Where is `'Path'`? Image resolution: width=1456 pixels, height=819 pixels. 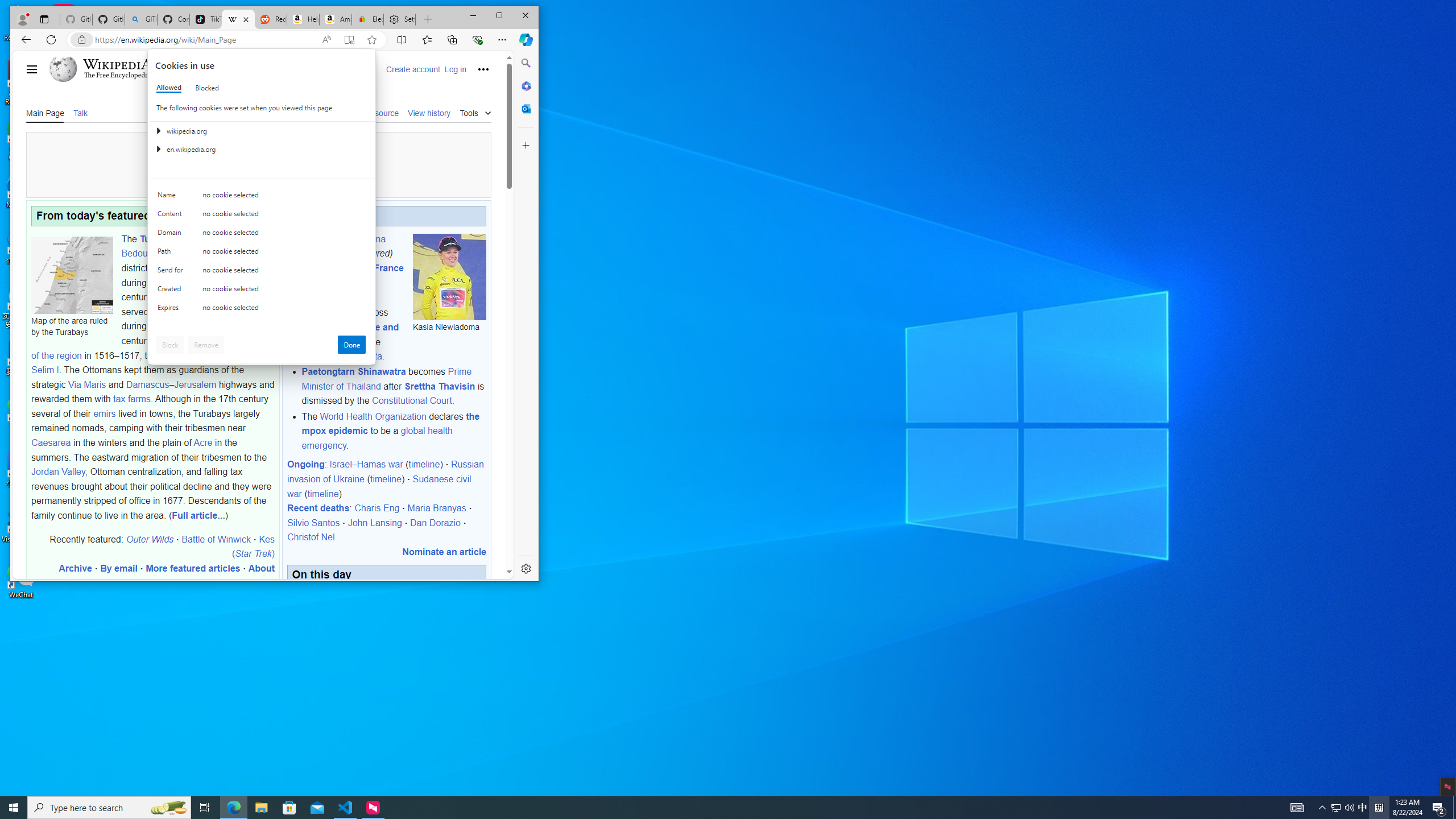 'Path' is located at coordinates (172, 253).